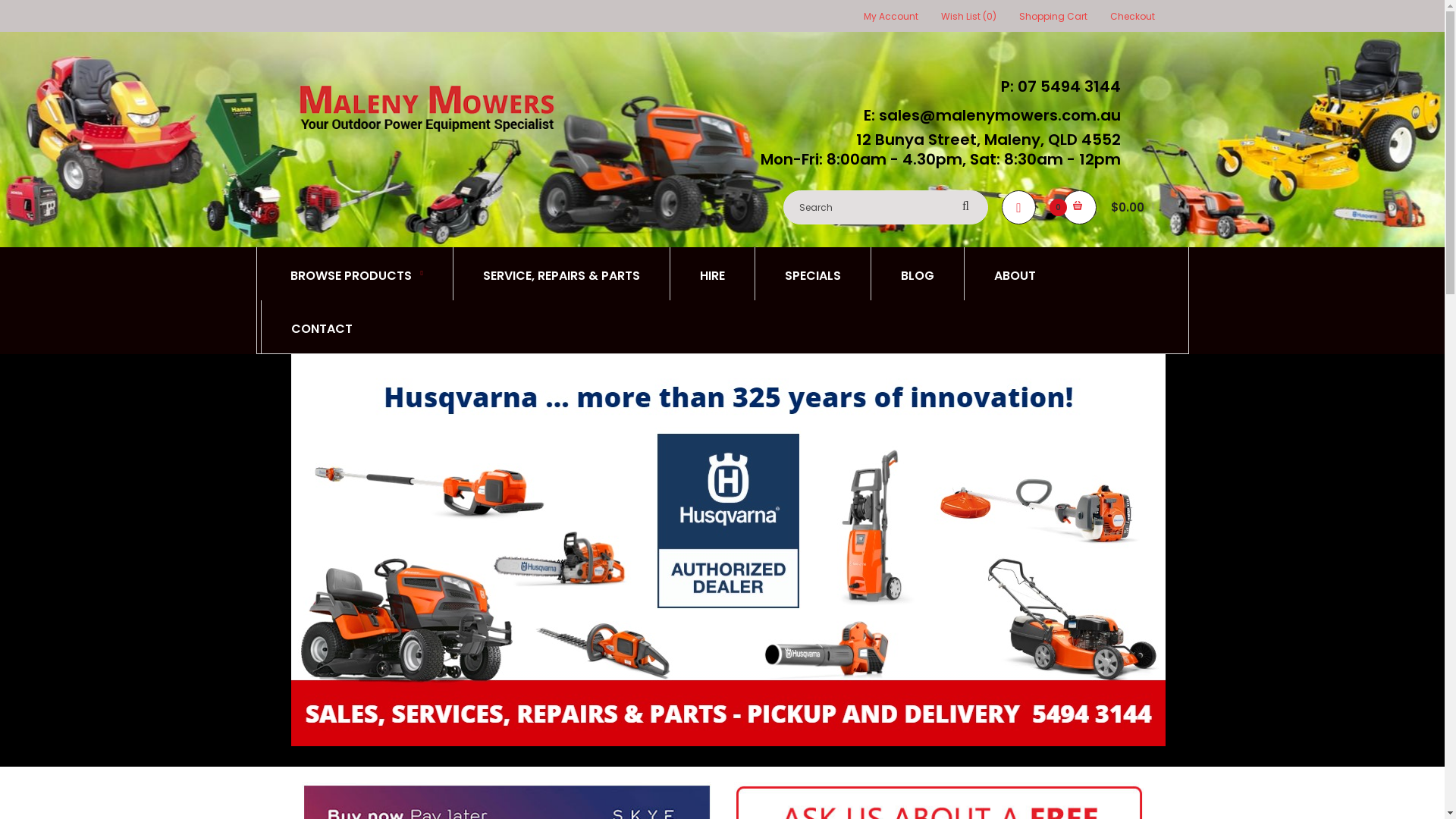  What do you see at coordinates (1015, 274) in the screenshot?
I see `'ABOUT'` at bounding box center [1015, 274].